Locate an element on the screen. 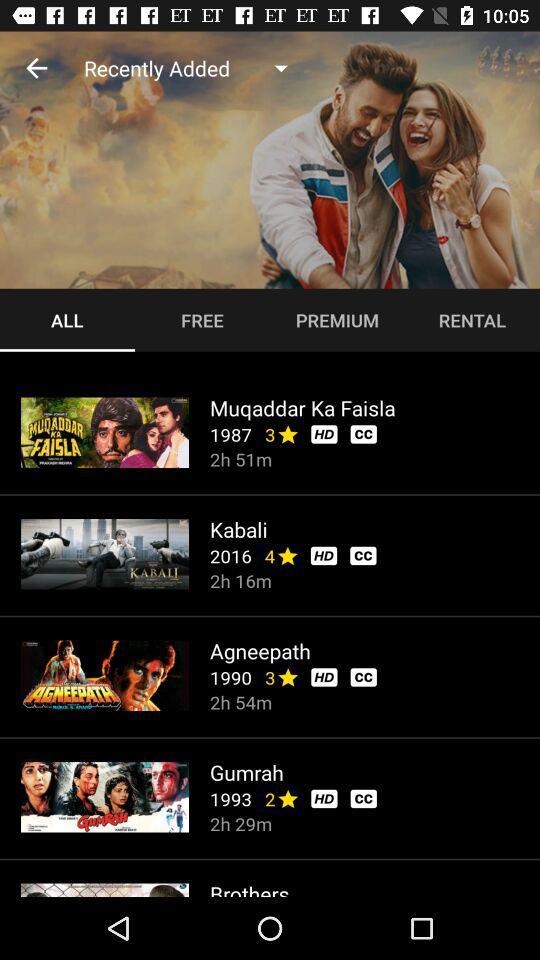 The image size is (540, 960). the image beside gumrah is located at coordinates (104, 797).